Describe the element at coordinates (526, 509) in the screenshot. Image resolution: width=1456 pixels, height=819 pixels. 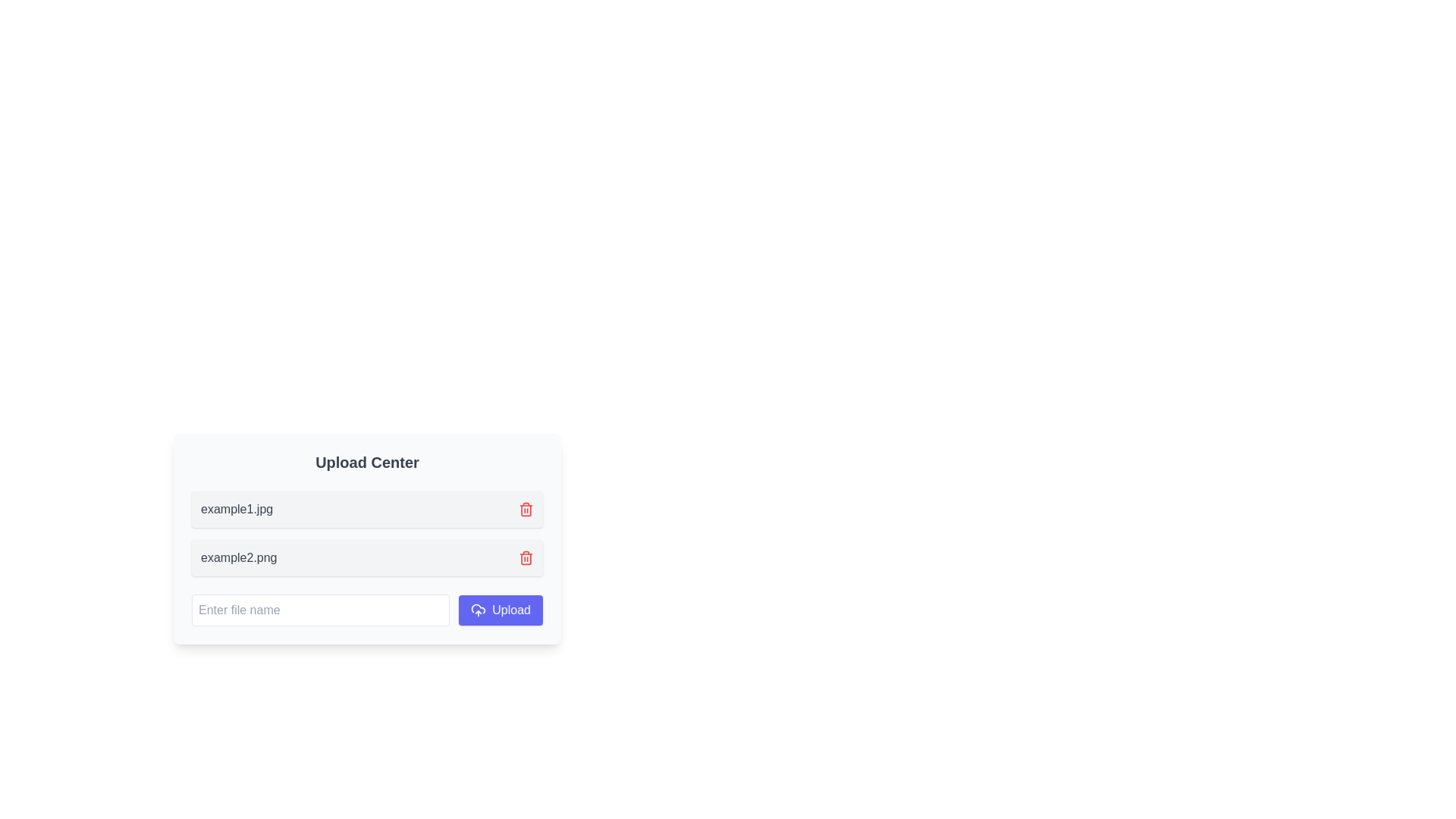
I see `the red trash icon button located at the far-right of the row containing the file name 'example1.jpg'` at that location.